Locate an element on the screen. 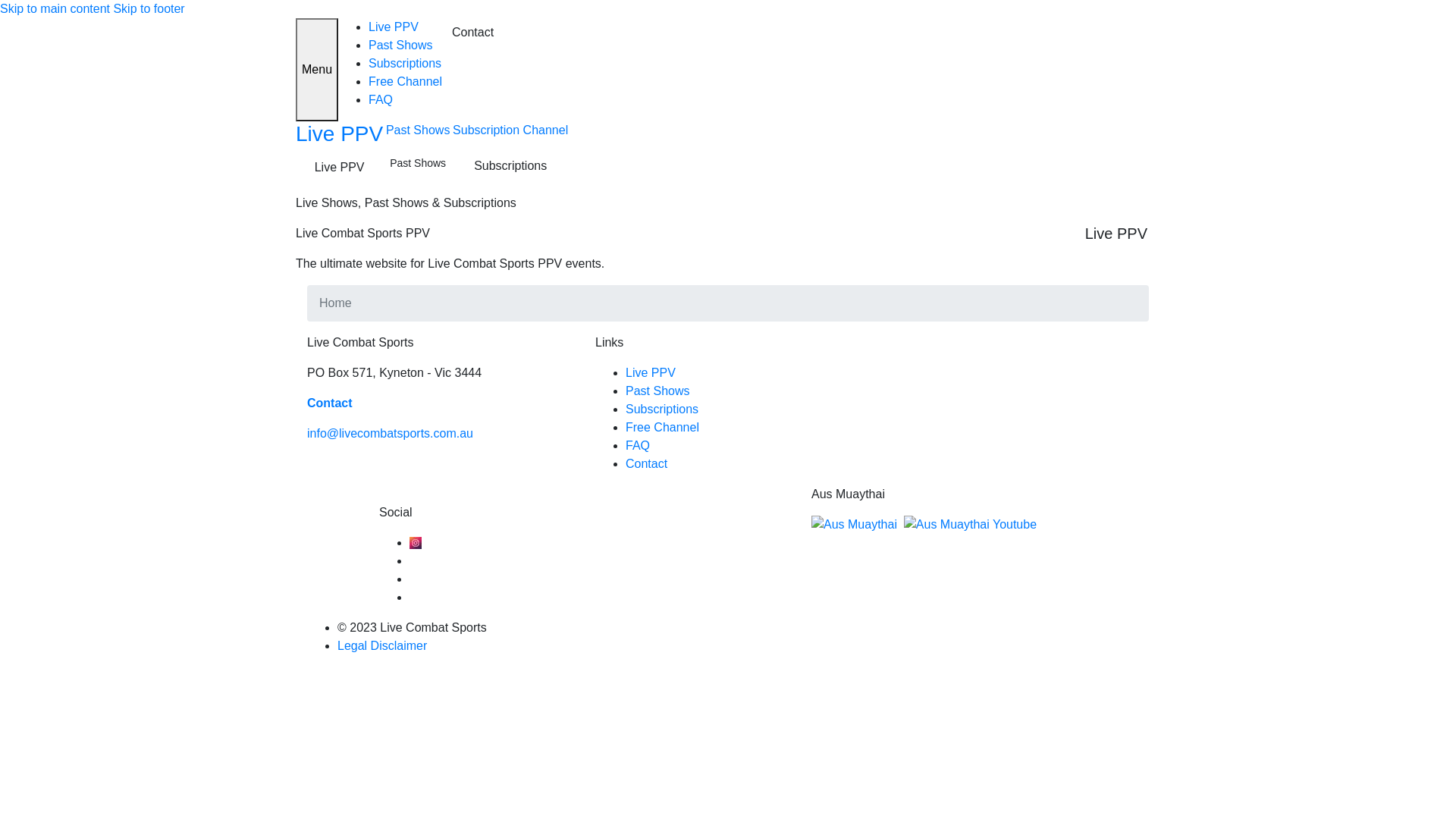 The image size is (1456, 819). 'Subscription Channel is located at coordinates (510, 151).